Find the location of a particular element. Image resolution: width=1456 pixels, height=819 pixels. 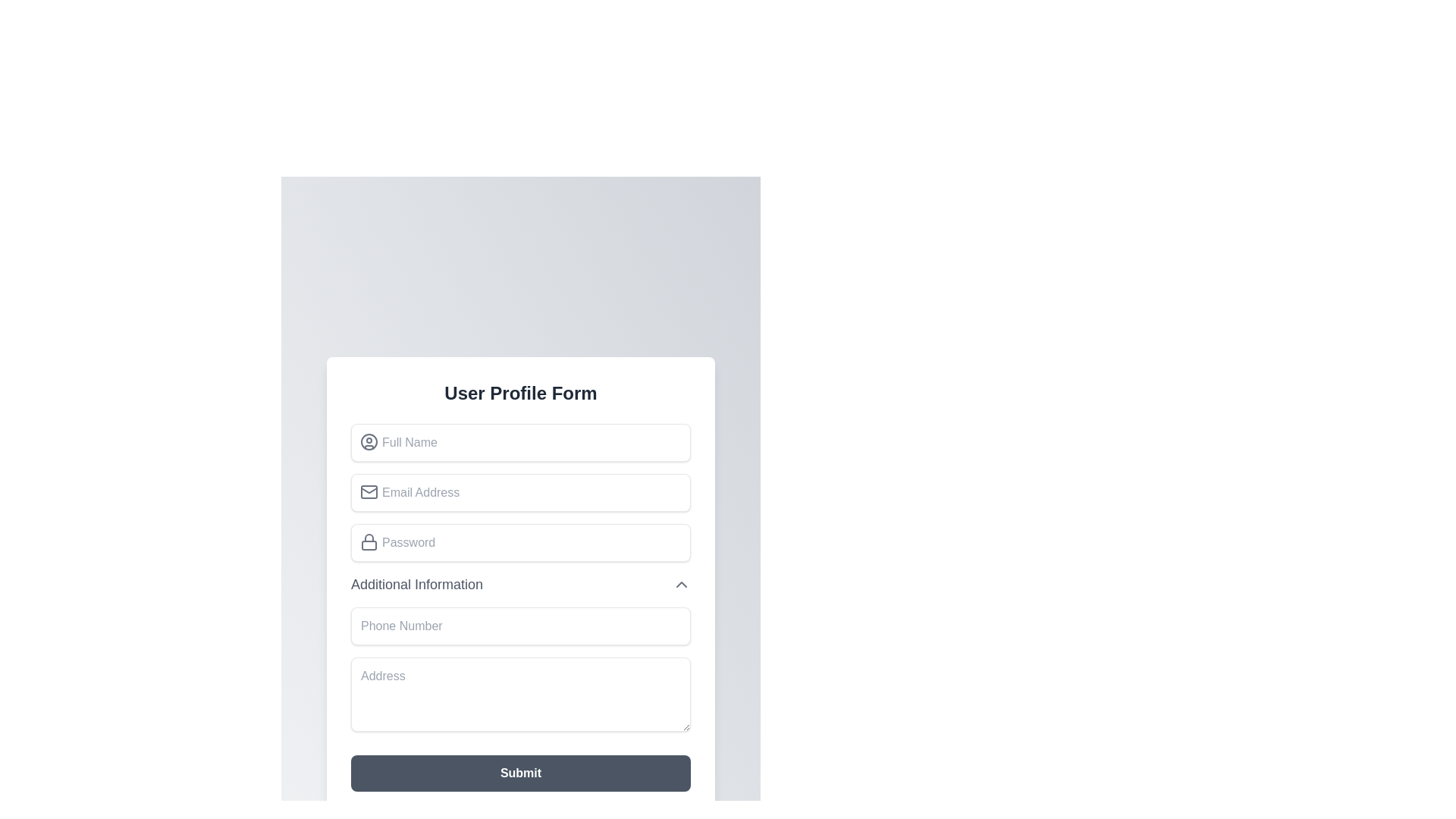

the icon representing the user at the top-left corner of the Full Name input field area is located at coordinates (369, 441).